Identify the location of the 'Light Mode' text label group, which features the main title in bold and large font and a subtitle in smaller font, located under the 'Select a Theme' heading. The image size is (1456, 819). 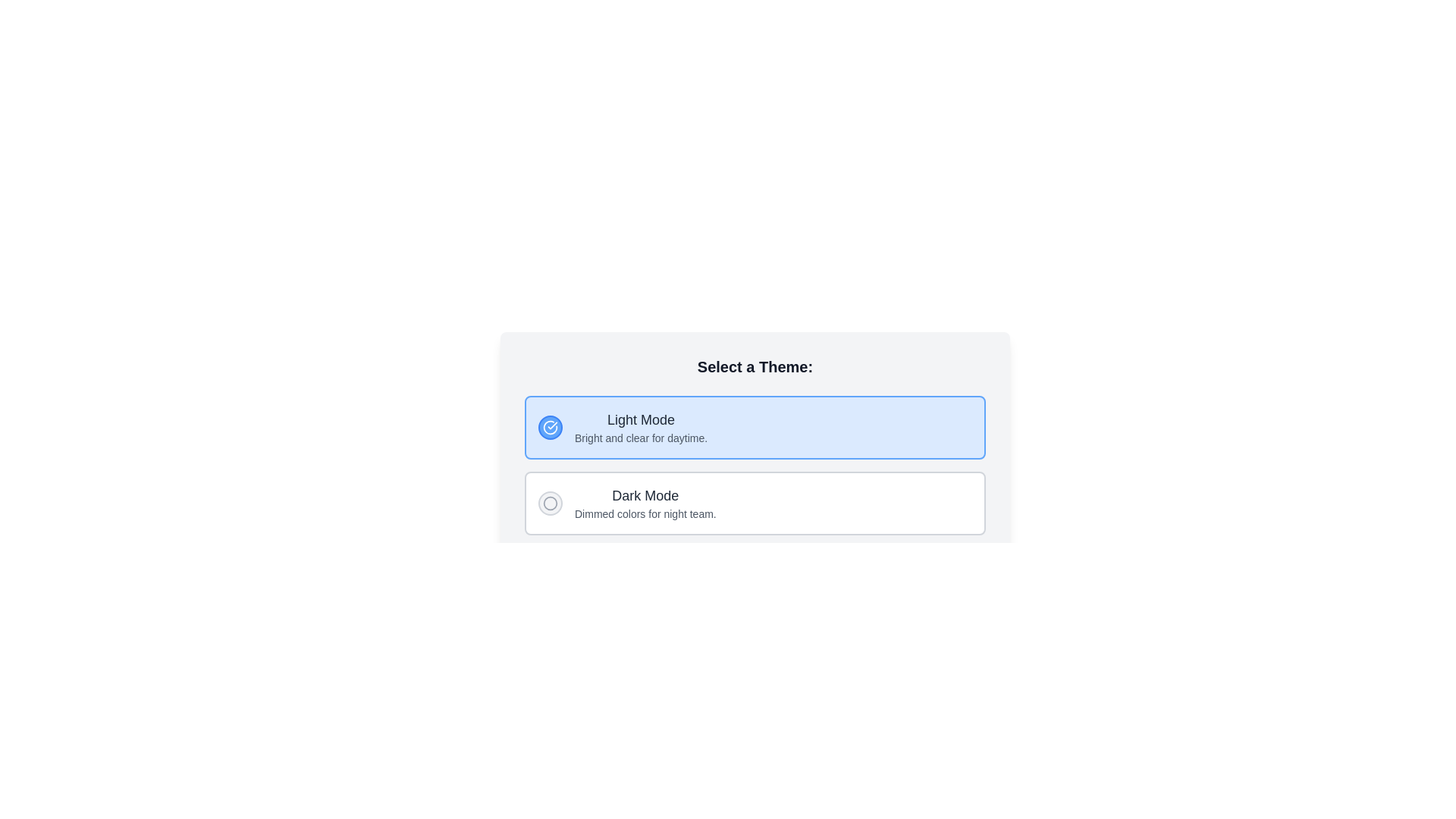
(641, 427).